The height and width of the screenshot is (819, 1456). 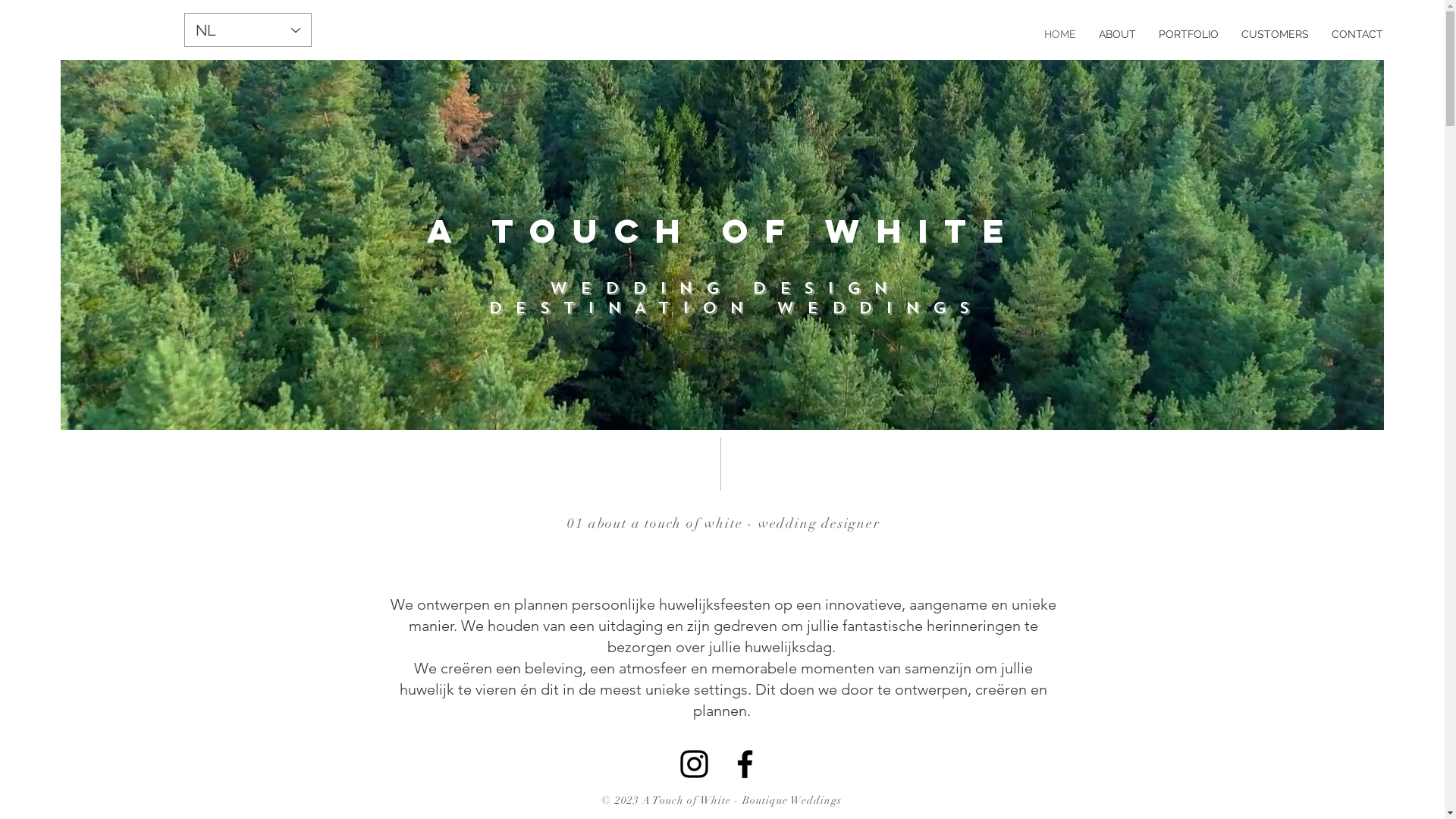 What do you see at coordinates (1059, 34) in the screenshot?
I see `'HOME'` at bounding box center [1059, 34].